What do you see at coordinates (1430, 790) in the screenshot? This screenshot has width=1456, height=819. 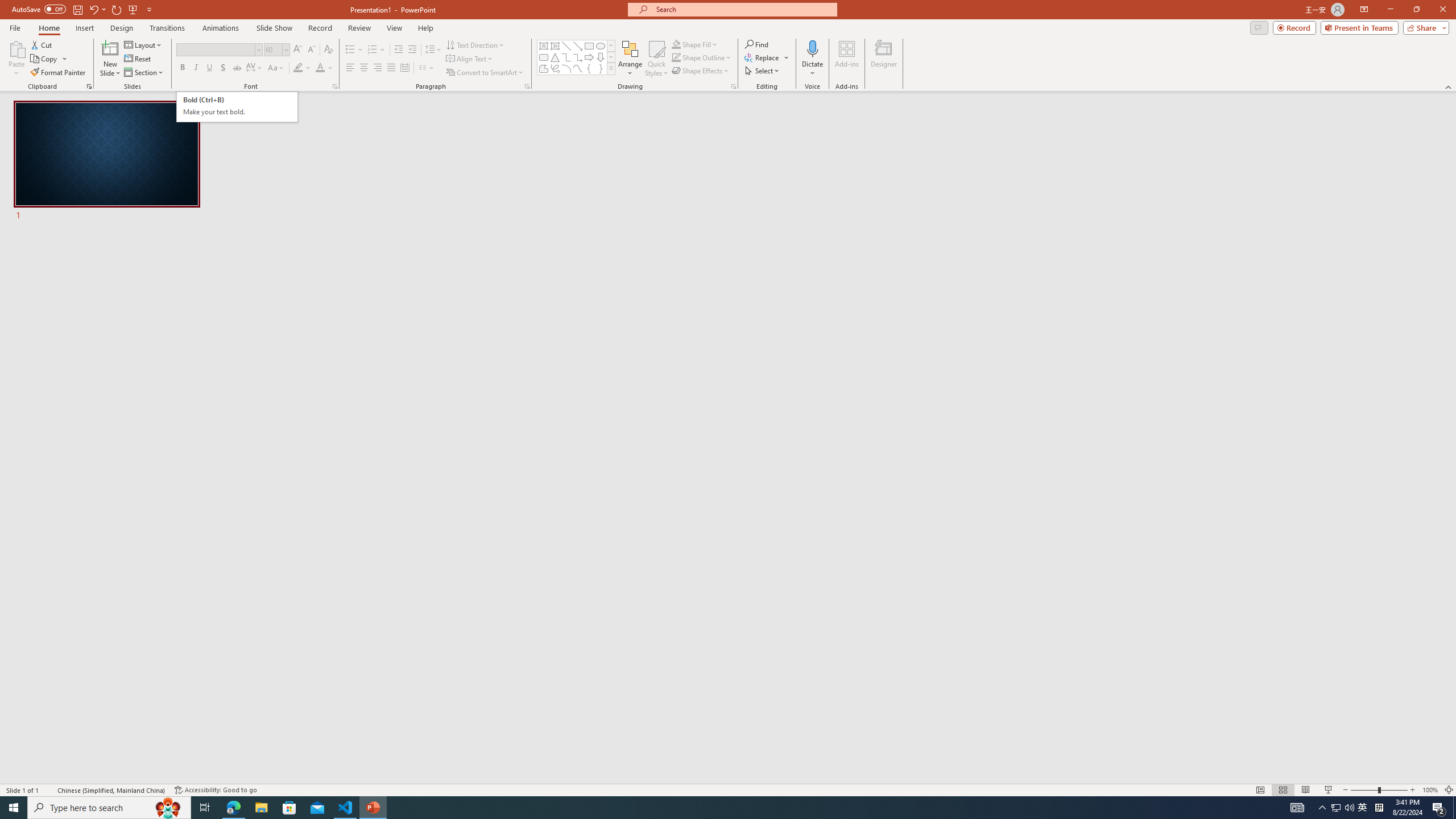 I see `'Zoom 100%'` at bounding box center [1430, 790].